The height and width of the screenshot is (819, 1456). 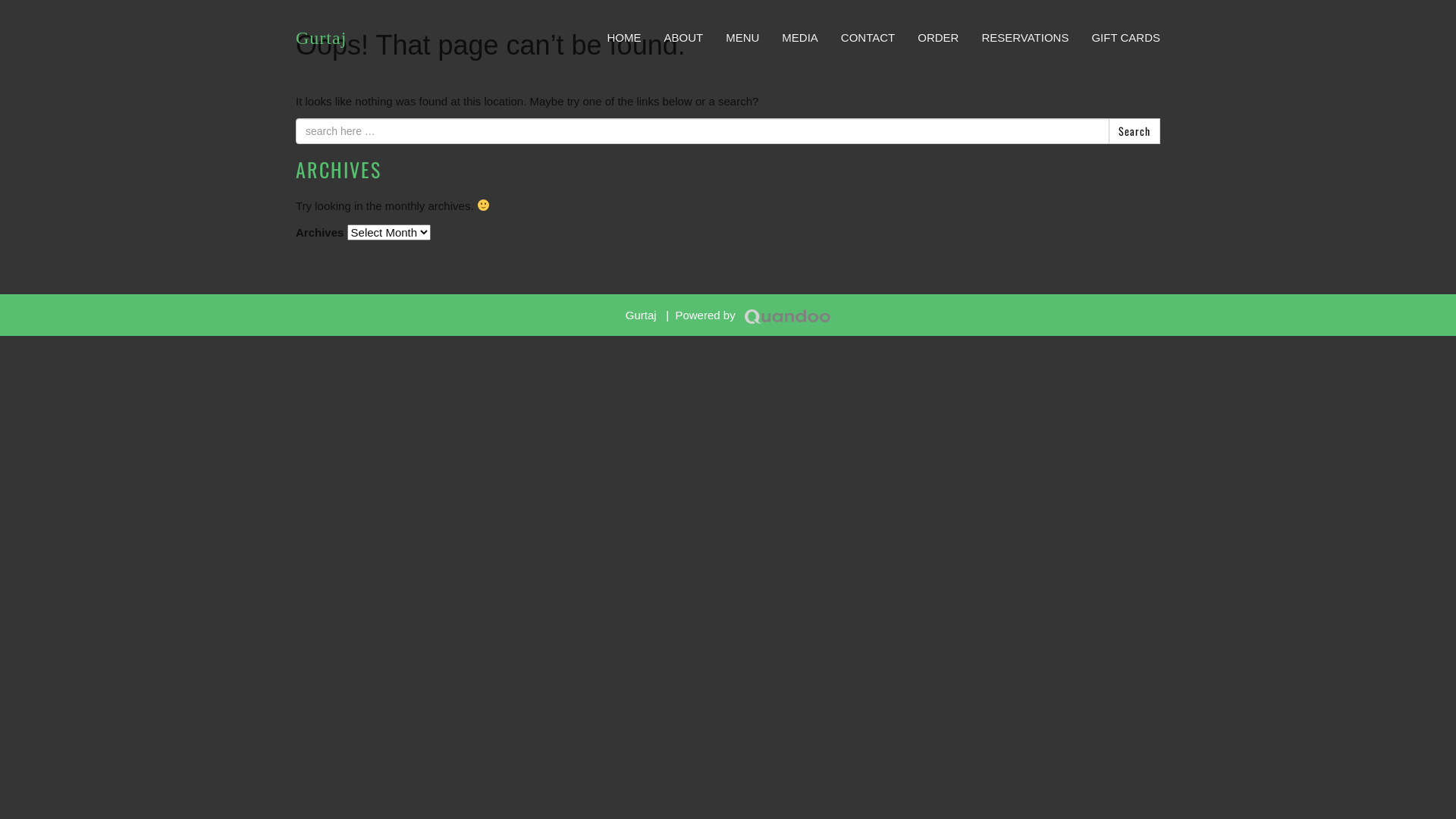 I want to click on 'ABOUT', so click(x=682, y=37).